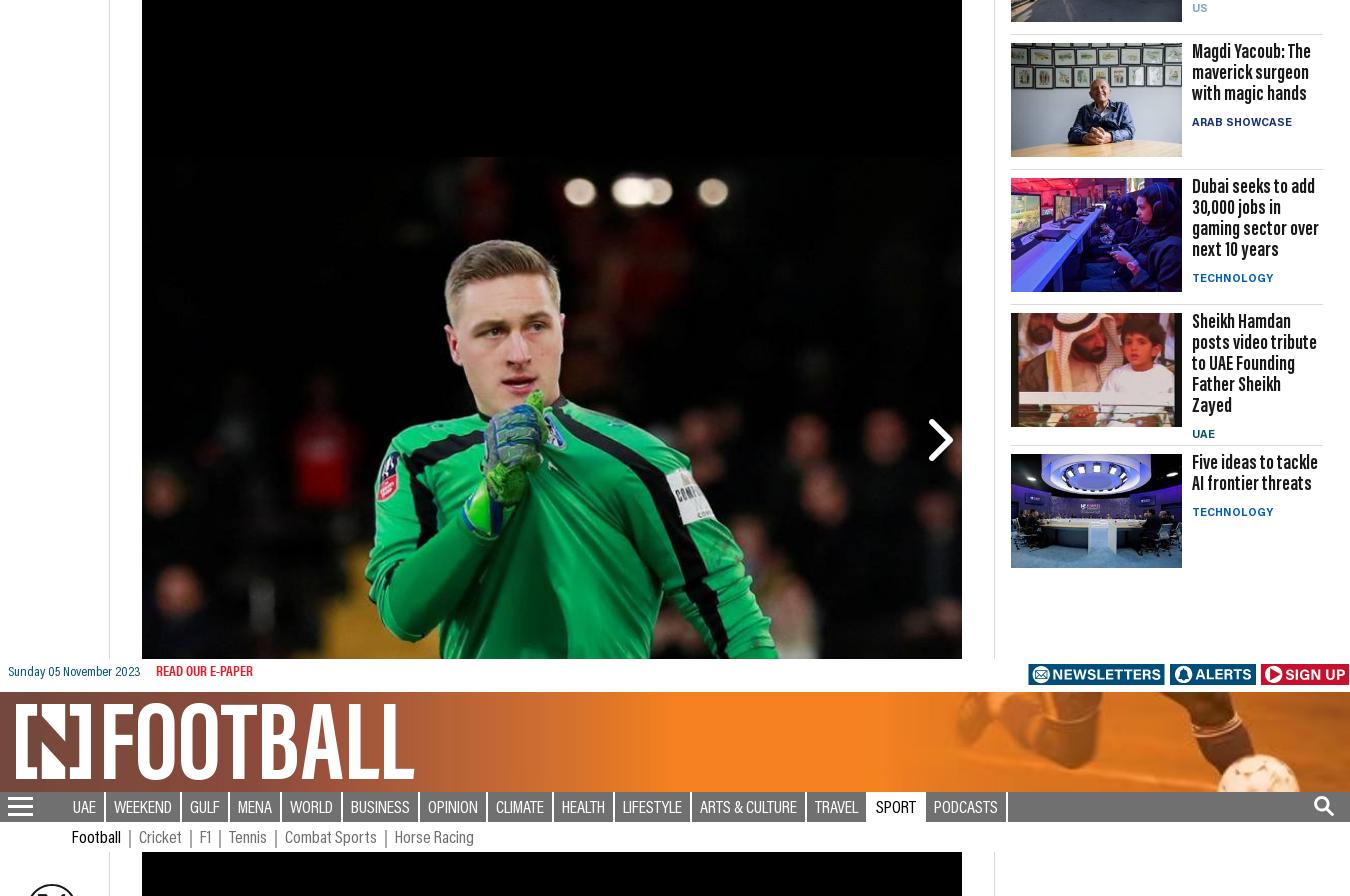 Image resolution: width=1350 pixels, height=896 pixels. I want to click on 'Economy', so click(555, 770).